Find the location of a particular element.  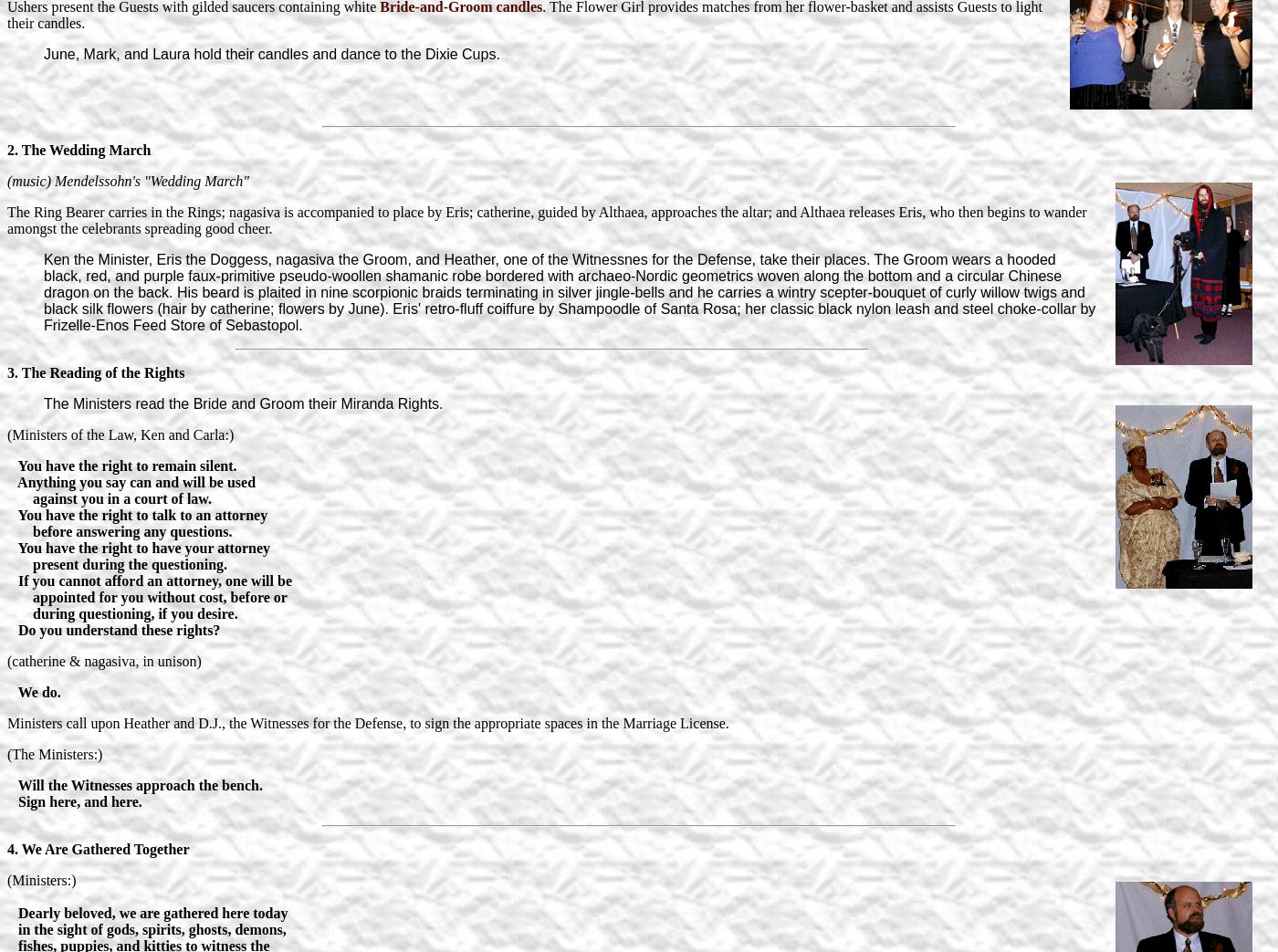

'3.	The Reading of the Rights' is located at coordinates (96, 371).